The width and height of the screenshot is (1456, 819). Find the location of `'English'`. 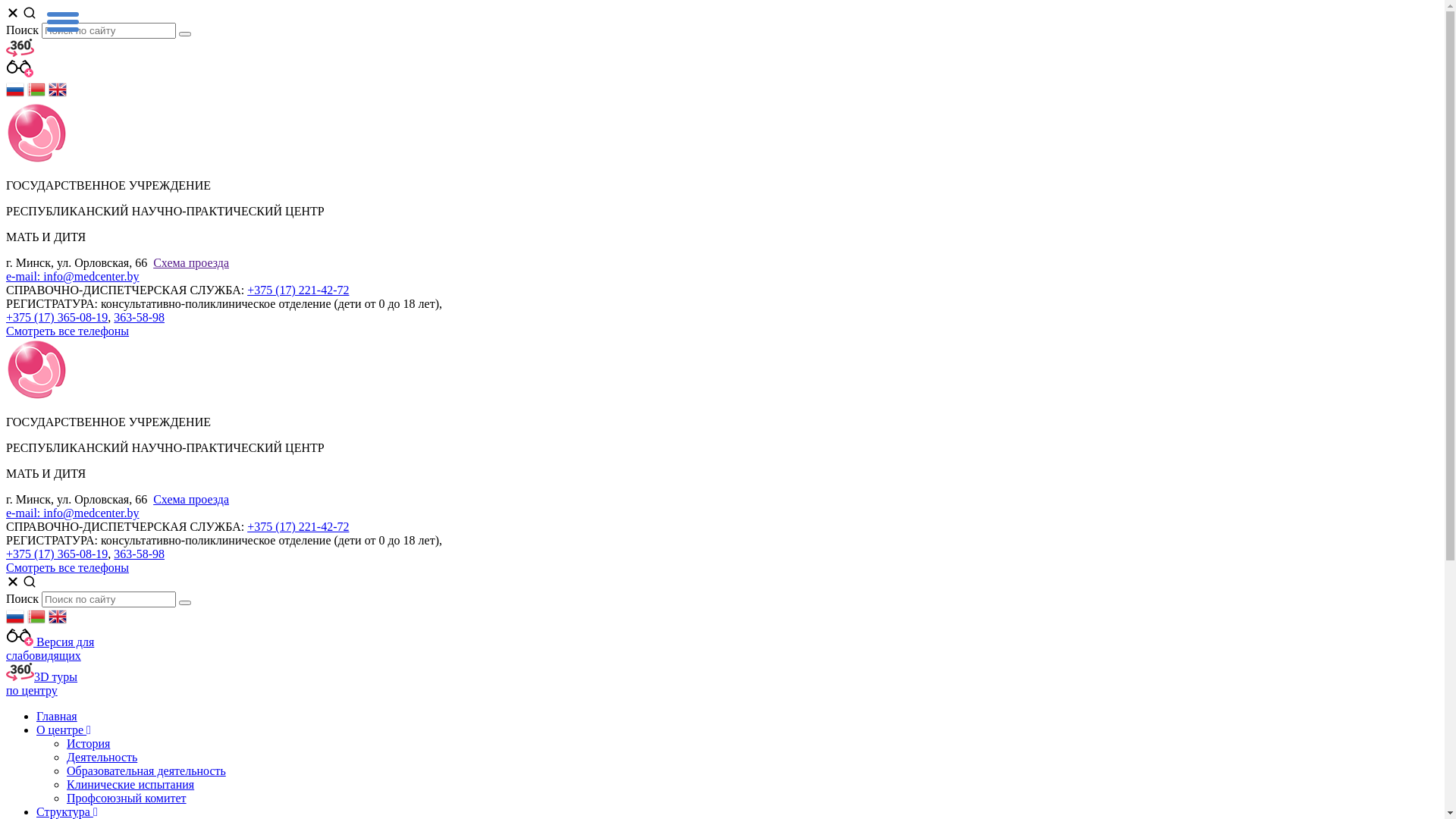

'English' is located at coordinates (58, 621).